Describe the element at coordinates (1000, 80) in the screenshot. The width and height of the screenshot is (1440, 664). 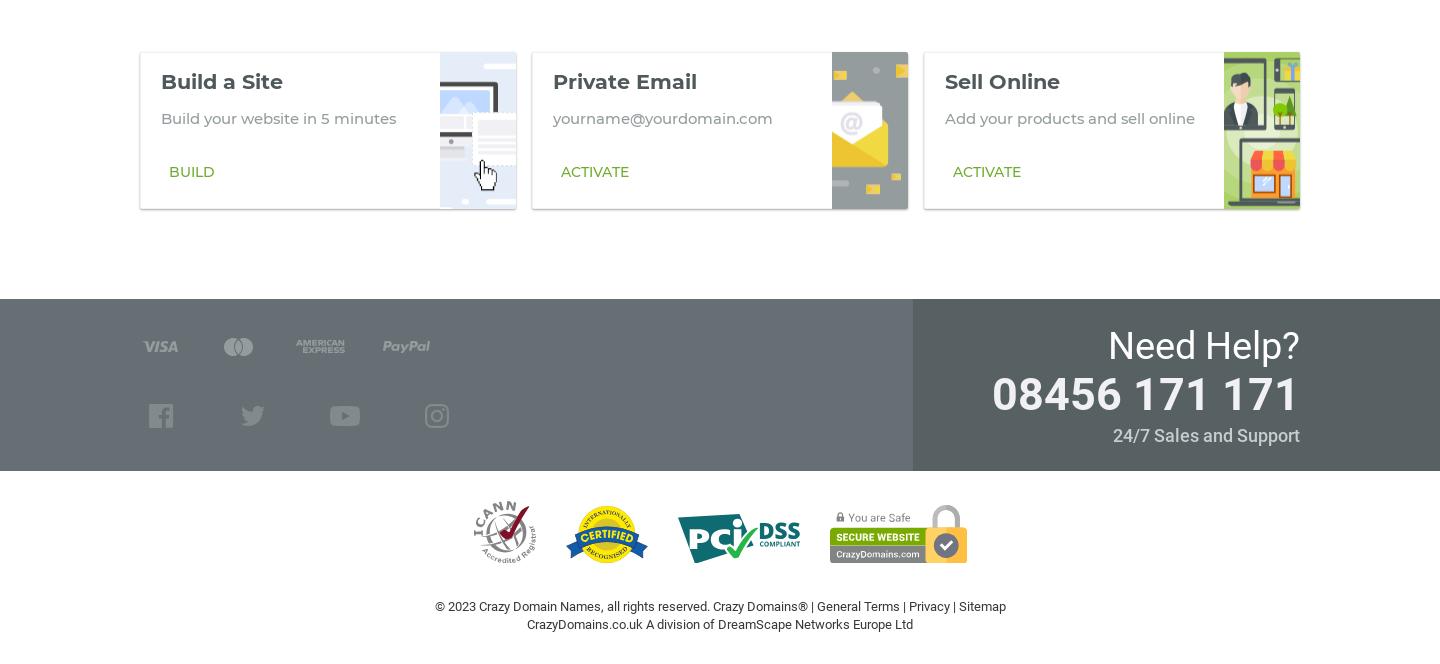
I see `'Sell Online'` at that location.